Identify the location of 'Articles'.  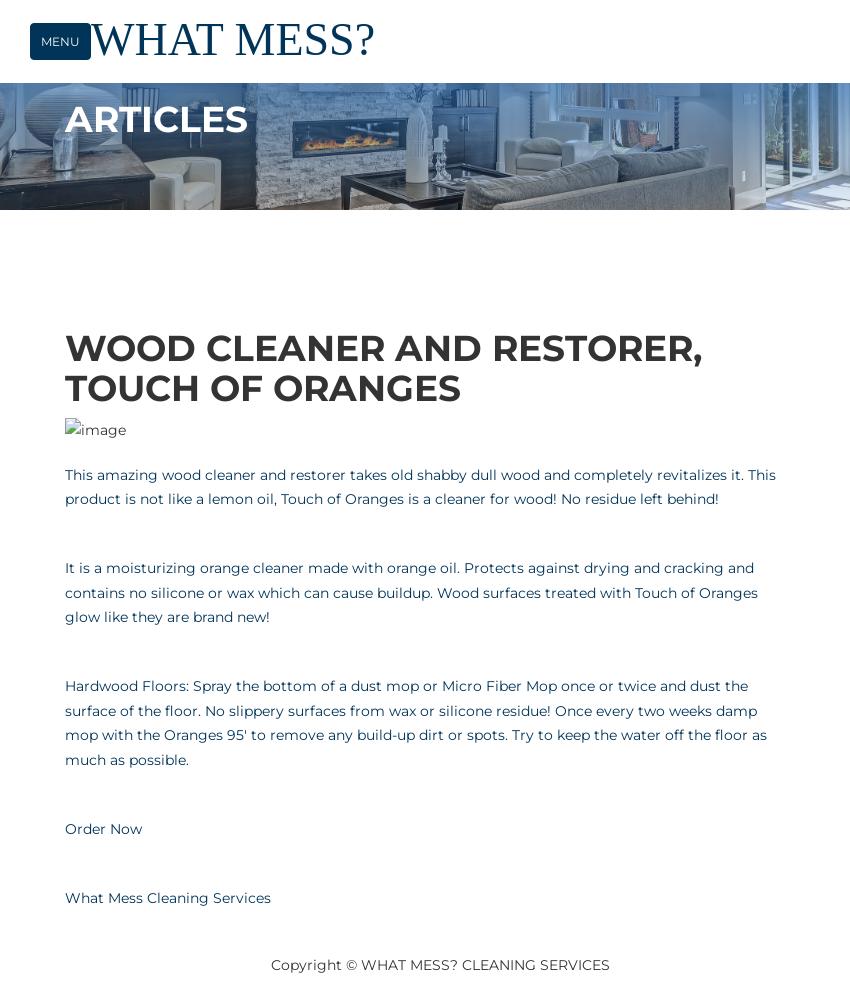
(156, 118).